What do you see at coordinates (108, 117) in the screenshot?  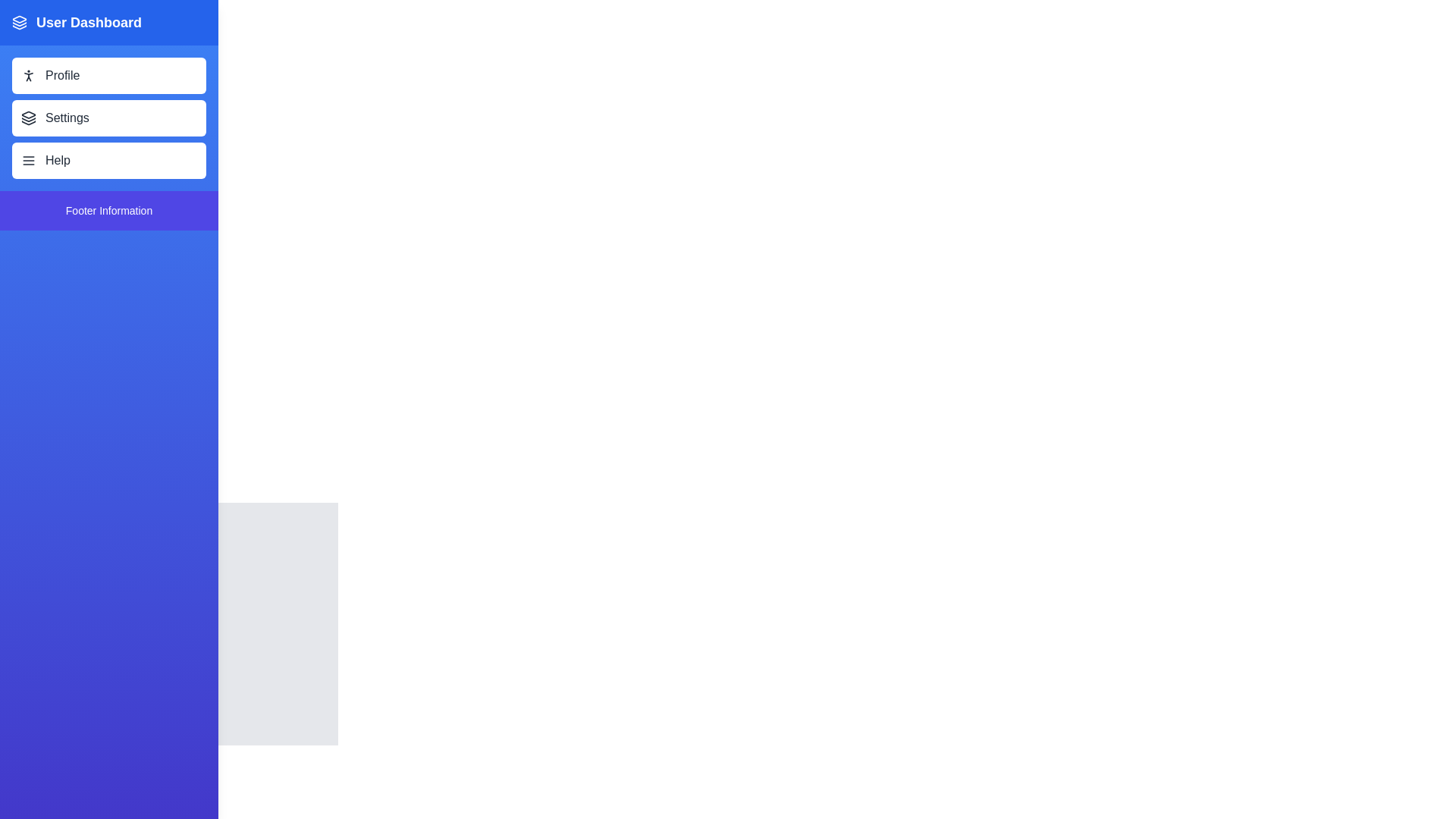 I see `the 'Settings' button located in the sidebar` at bounding box center [108, 117].